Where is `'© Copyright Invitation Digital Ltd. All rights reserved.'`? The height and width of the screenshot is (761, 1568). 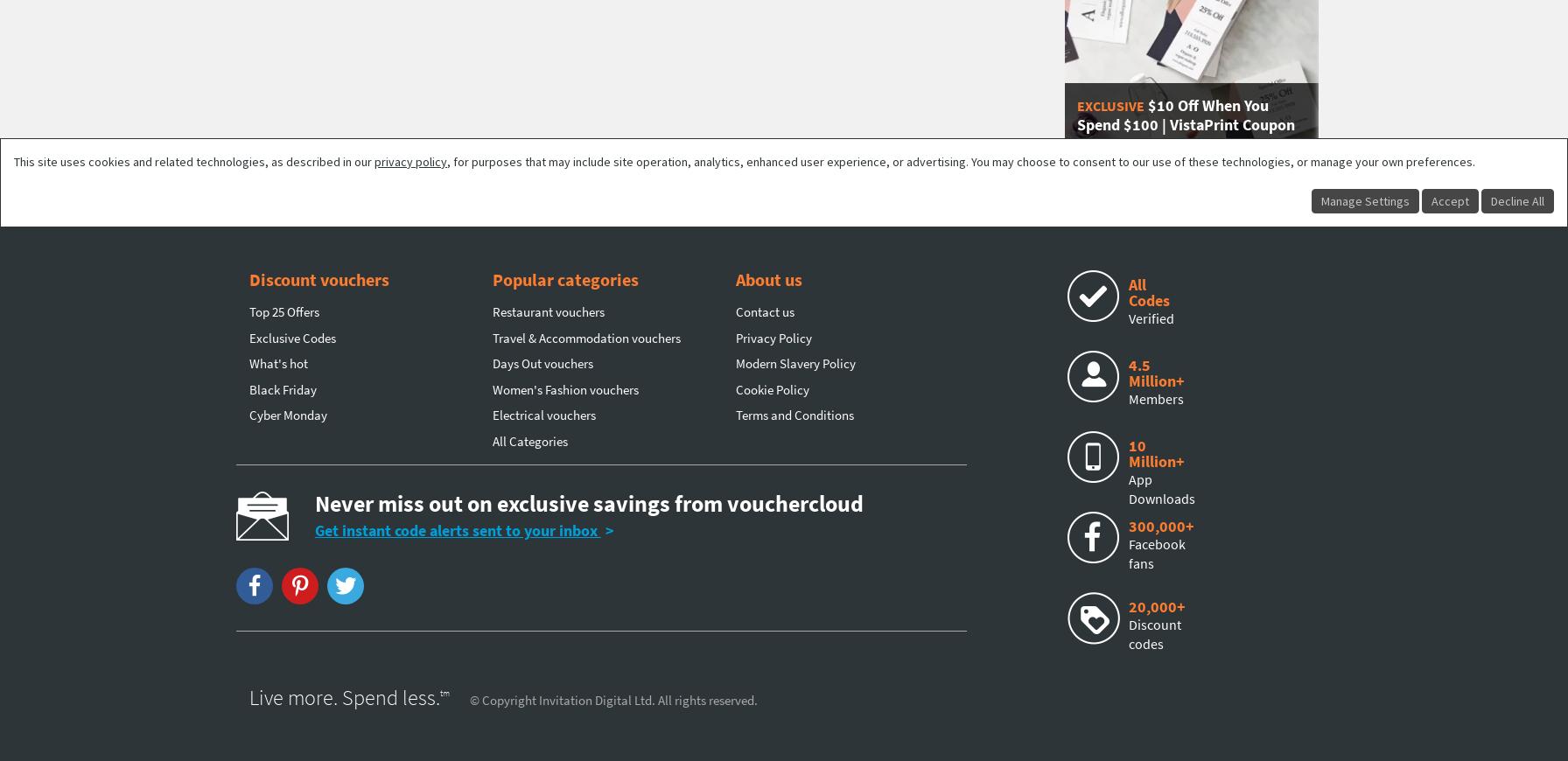 '© Copyright Invitation Digital Ltd. All rights reserved.' is located at coordinates (612, 700).